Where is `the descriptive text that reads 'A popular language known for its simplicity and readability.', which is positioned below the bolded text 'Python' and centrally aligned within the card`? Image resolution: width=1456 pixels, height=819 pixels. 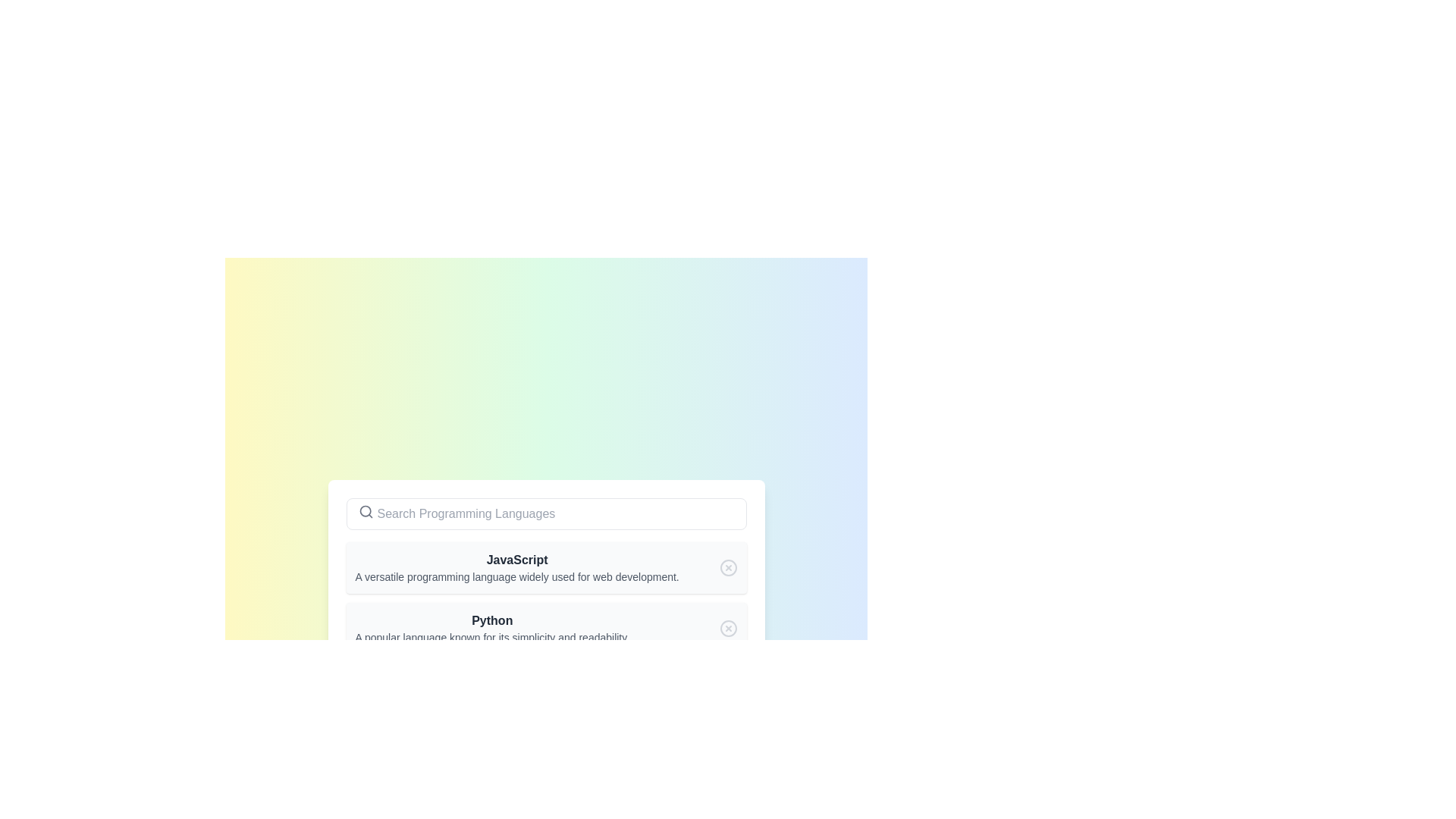 the descriptive text that reads 'A popular language known for its simplicity and readability.', which is positioned below the bolded text 'Python' and centrally aligned within the card is located at coordinates (492, 637).